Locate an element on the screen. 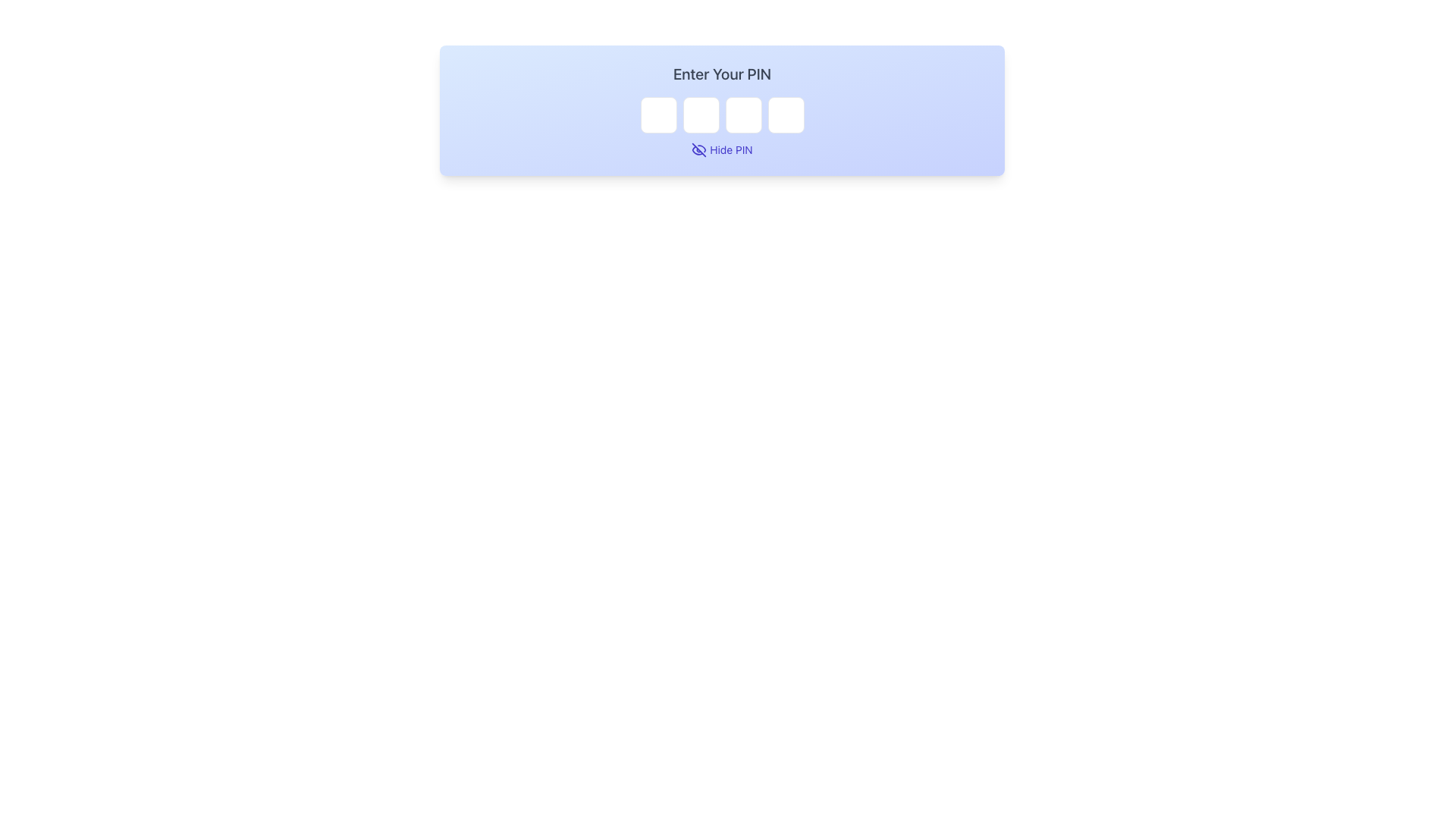 The height and width of the screenshot is (819, 1456). the icon located to the left of the 'Hide PIN' text in the PIN input area is located at coordinates (698, 149).